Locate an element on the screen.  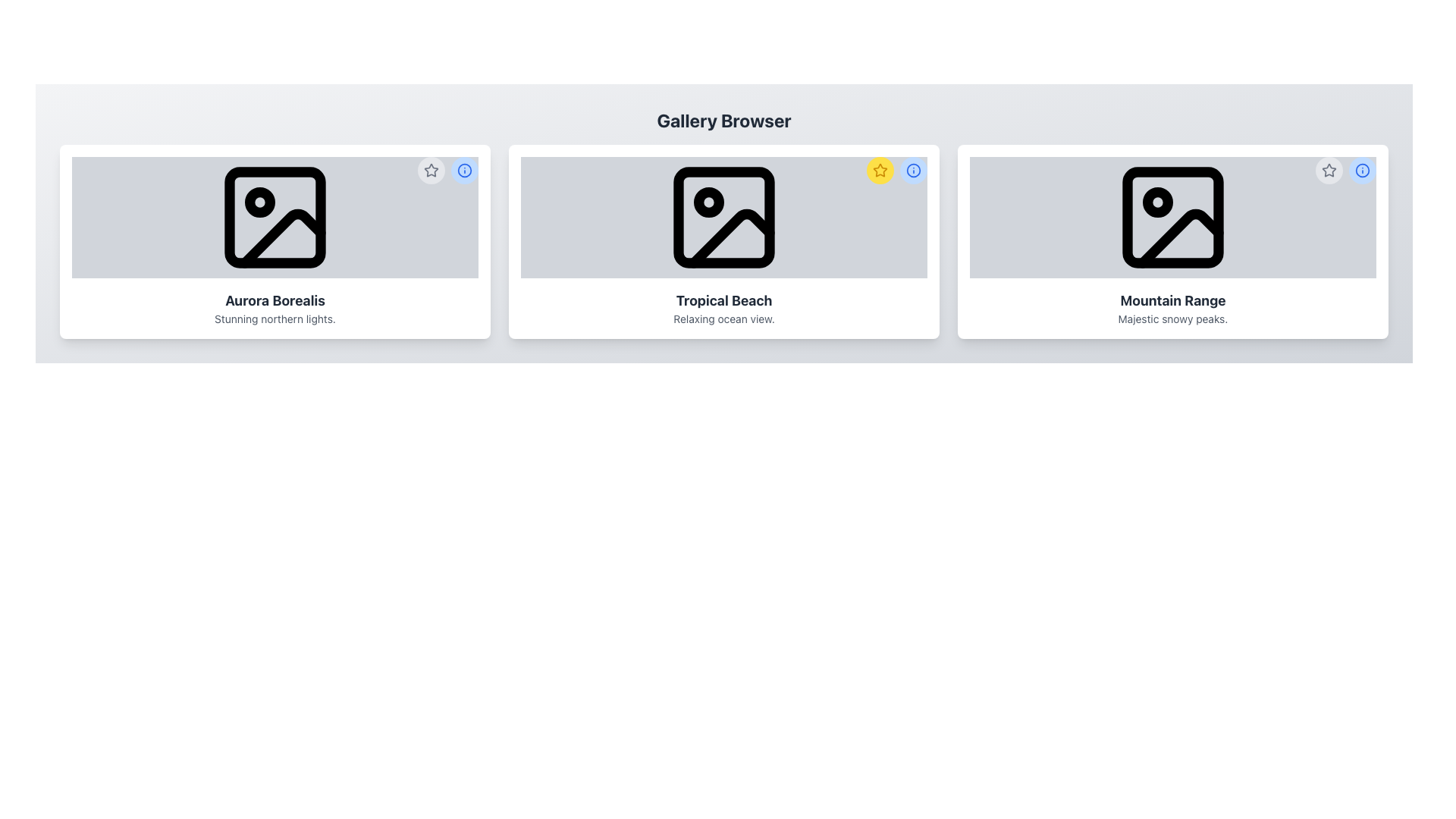
the circular light blue button with an 'i' icon located at the top-right corner of the 'Mountain Range' card is located at coordinates (1362, 170).